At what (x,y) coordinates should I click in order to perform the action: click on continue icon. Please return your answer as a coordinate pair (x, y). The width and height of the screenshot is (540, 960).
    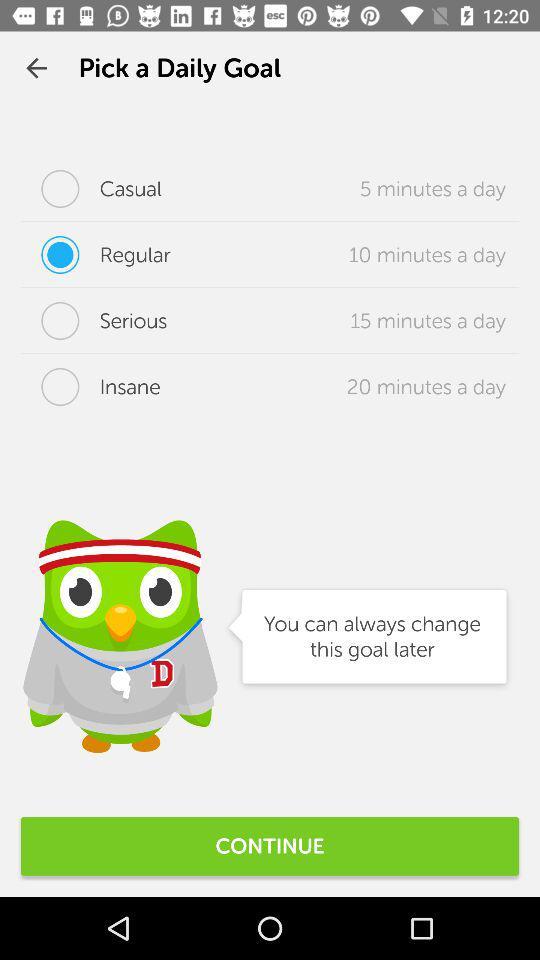
    Looking at the image, I should click on (270, 845).